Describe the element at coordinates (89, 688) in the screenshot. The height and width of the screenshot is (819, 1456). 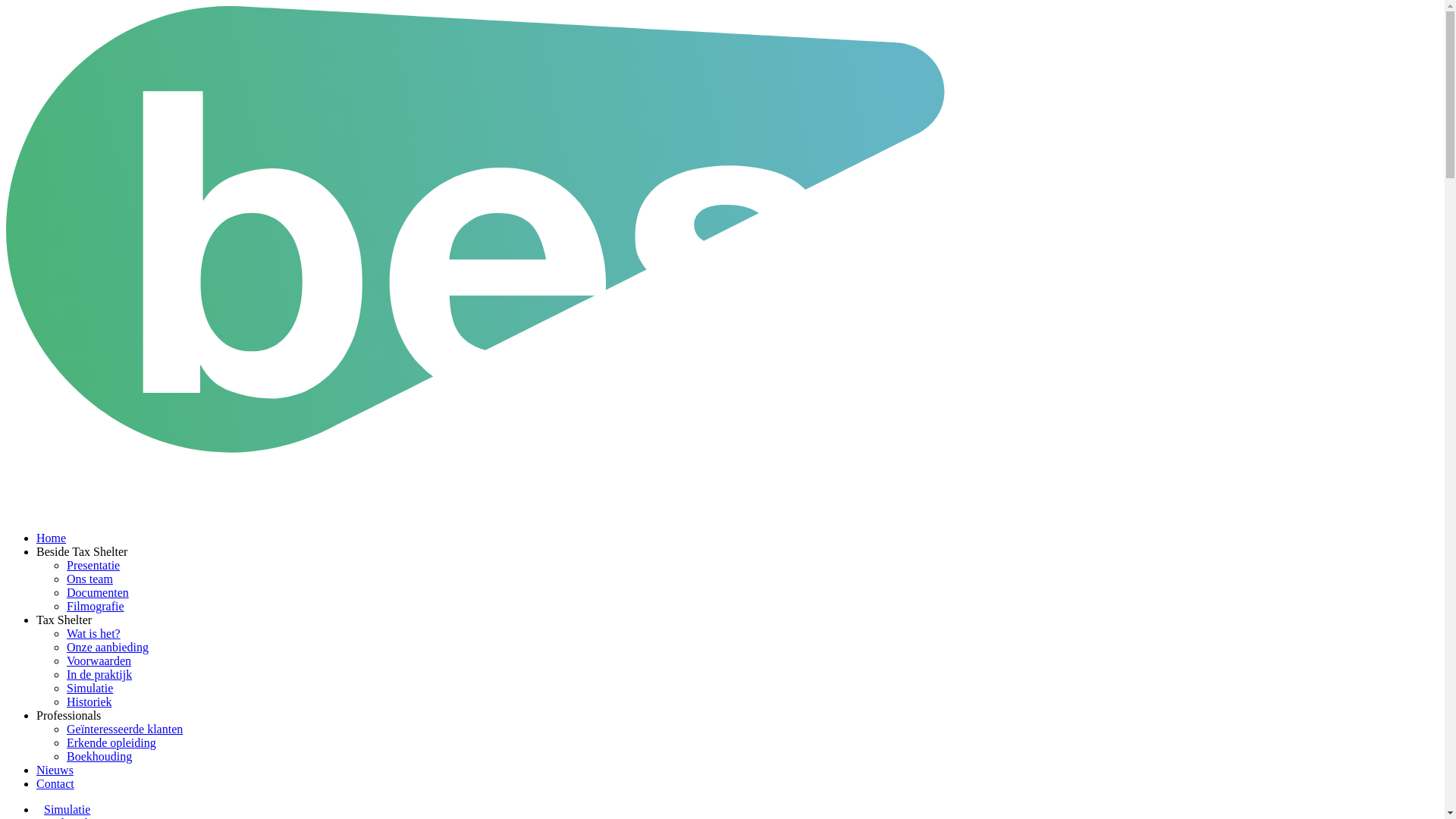
I see `'Simulatie'` at that location.